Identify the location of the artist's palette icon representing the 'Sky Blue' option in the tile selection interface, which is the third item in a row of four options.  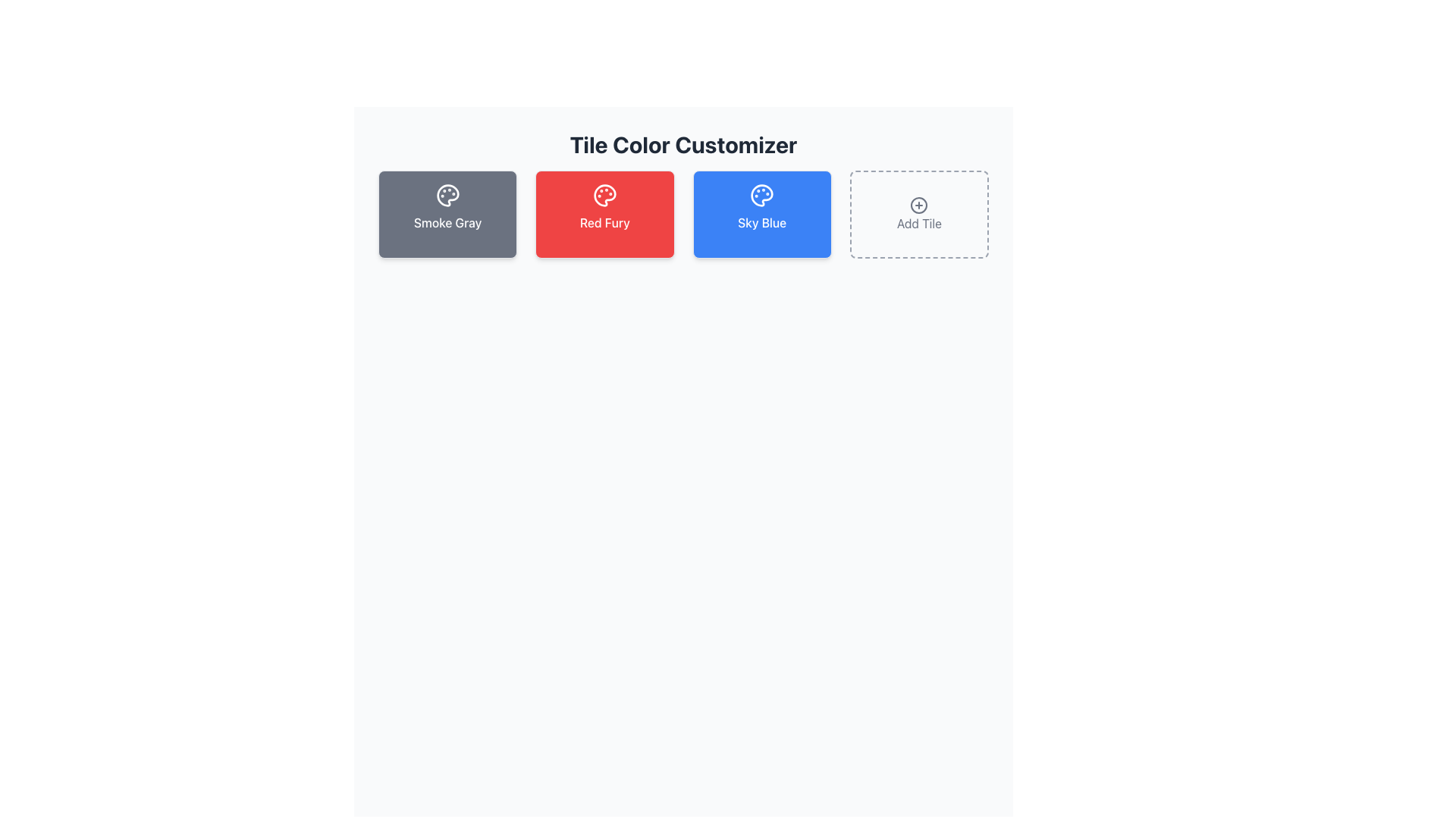
(762, 195).